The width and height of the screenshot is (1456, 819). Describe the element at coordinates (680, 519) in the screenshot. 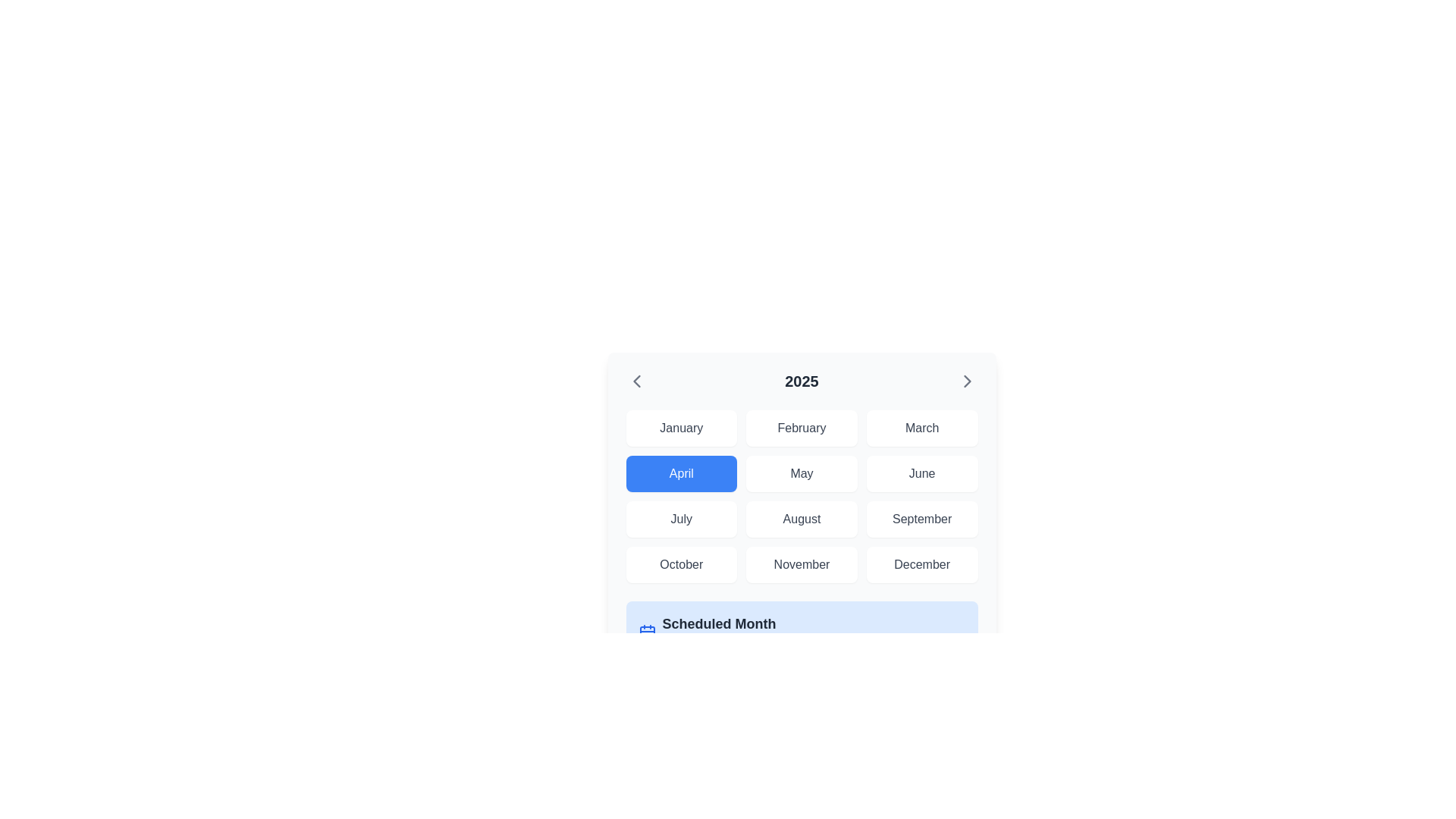

I see `the text display 'July' in the third row and first column of the grid` at that location.